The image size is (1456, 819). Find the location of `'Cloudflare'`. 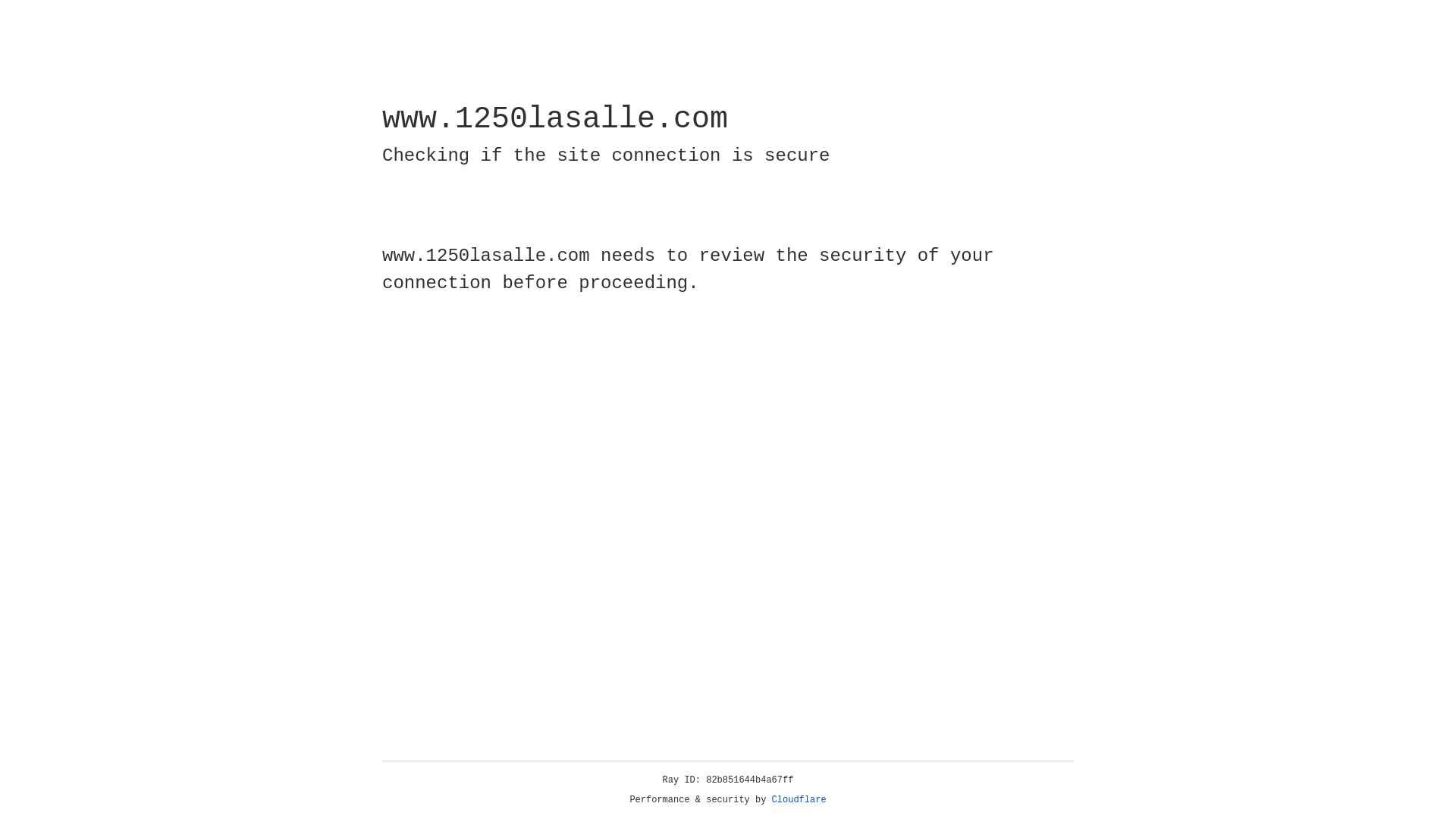

'Cloudflare' is located at coordinates (799, 799).